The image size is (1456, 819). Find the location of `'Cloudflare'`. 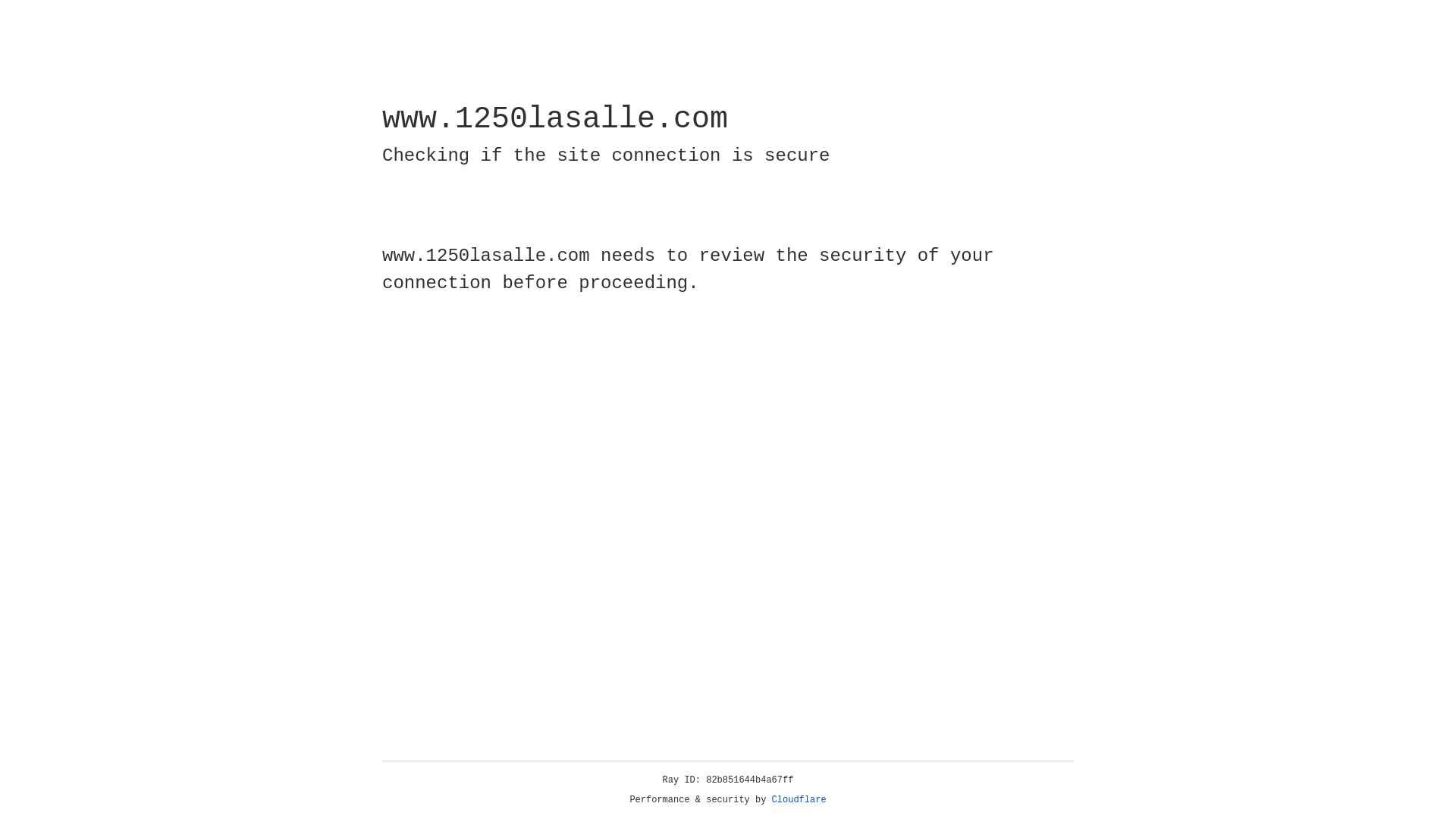

'Cloudflare' is located at coordinates (799, 799).